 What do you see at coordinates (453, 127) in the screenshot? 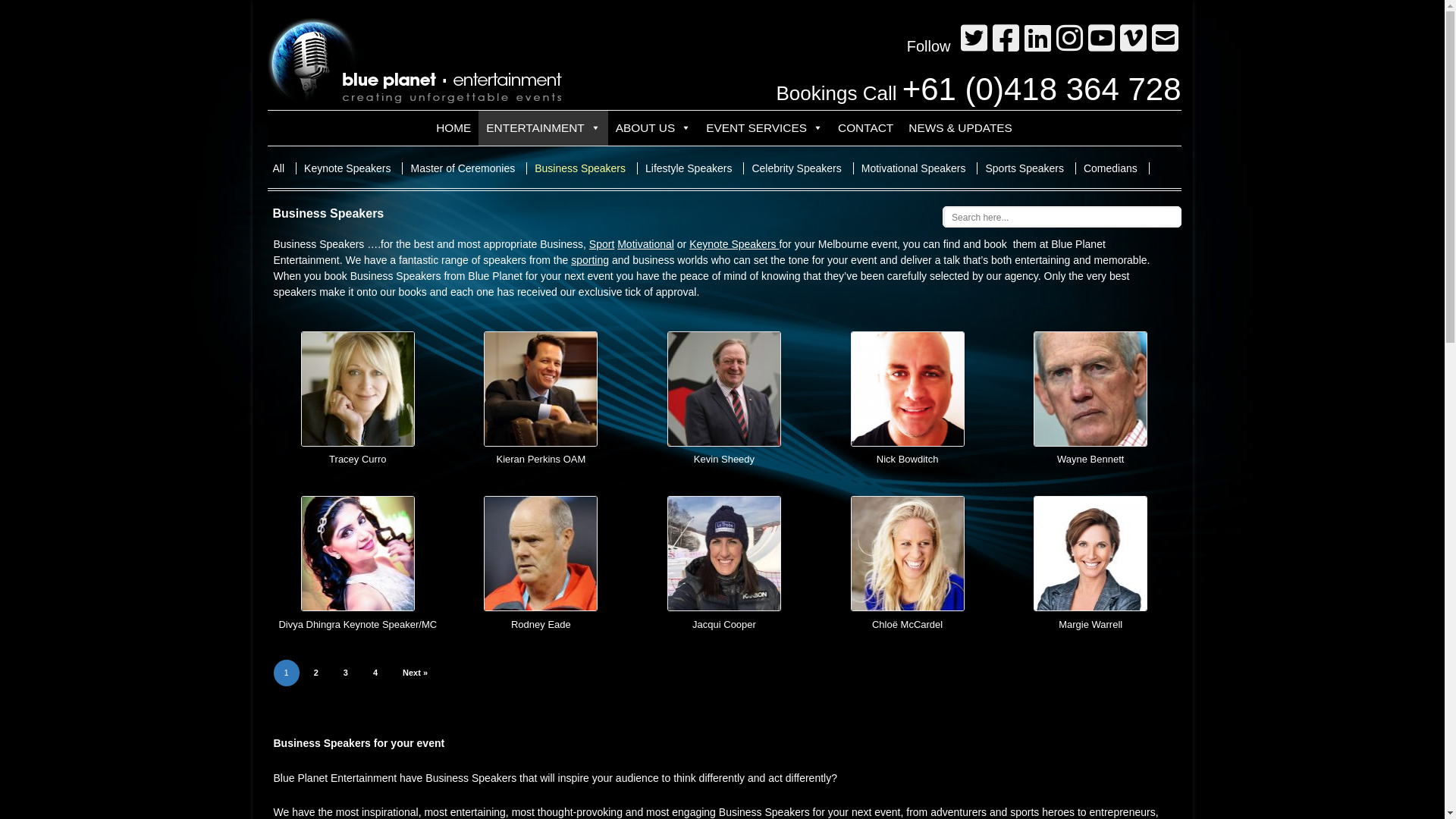
I see `'HOME'` at bounding box center [453, 127].